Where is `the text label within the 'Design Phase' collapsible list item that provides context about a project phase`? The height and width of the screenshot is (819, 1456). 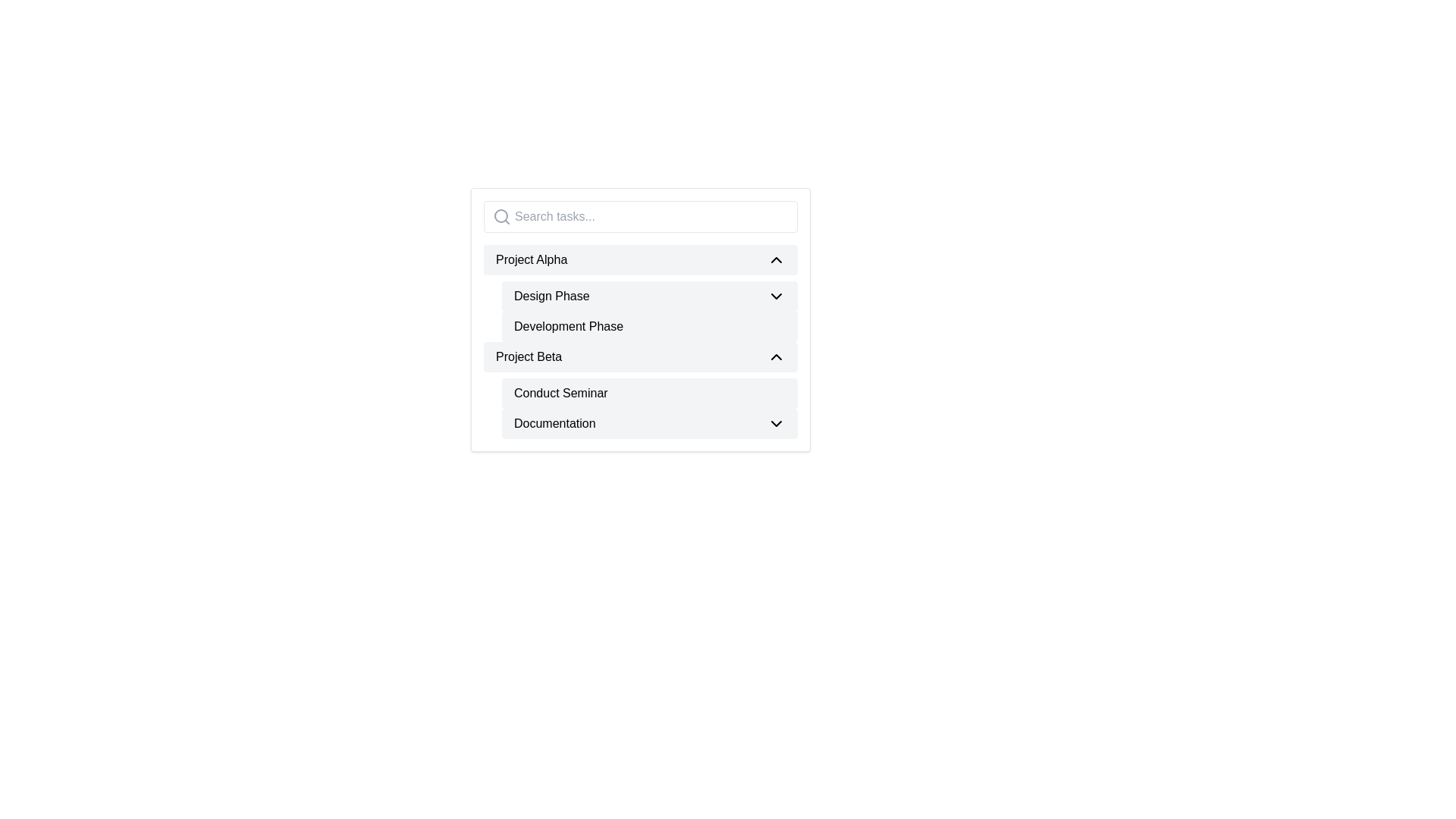
the text label within the 'Design Phase' collapsible list item that provides context about a project phase is located at coordinates (551, 296).